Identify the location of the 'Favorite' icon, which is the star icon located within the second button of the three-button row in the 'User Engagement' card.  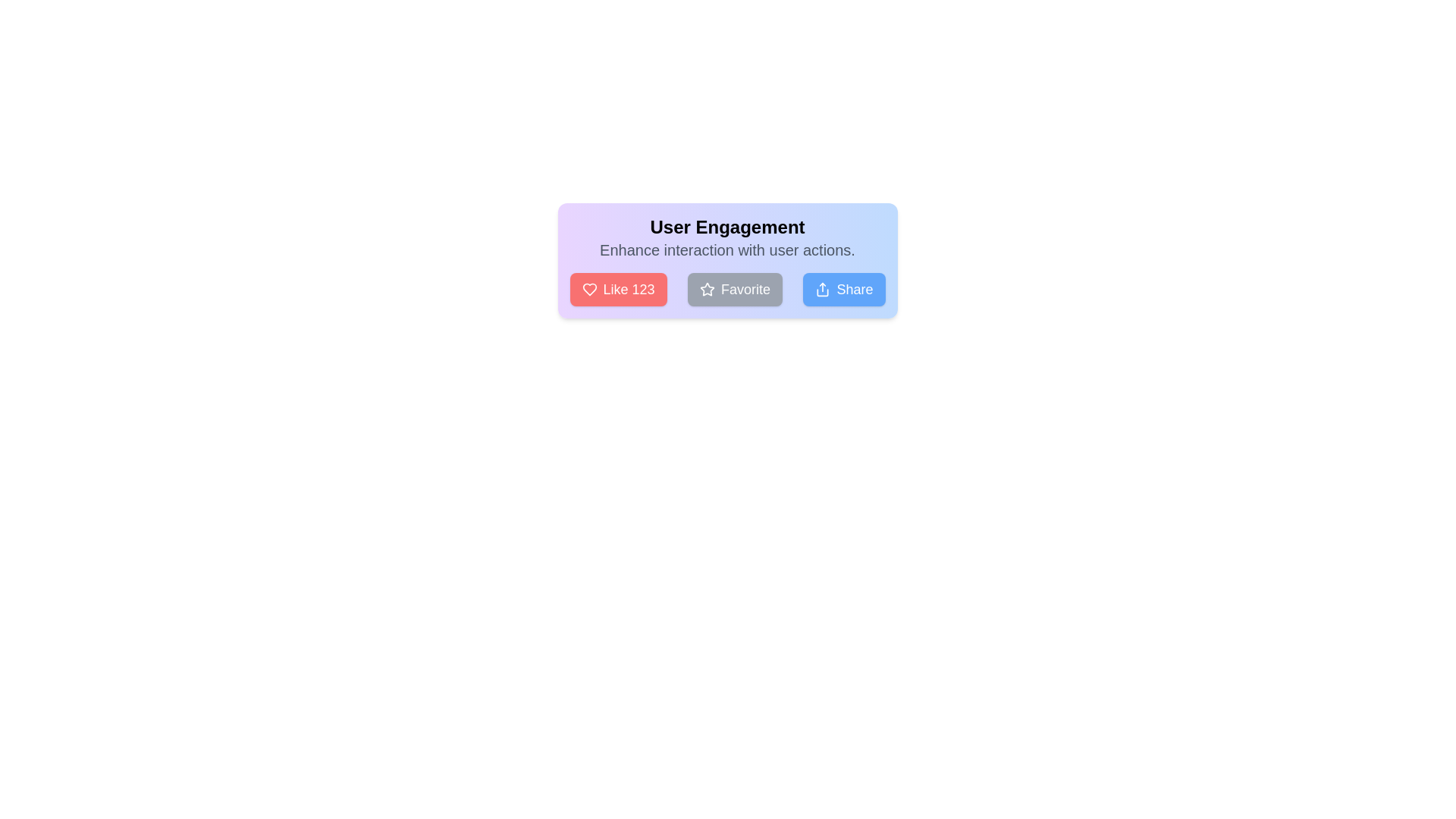
(706, 289).